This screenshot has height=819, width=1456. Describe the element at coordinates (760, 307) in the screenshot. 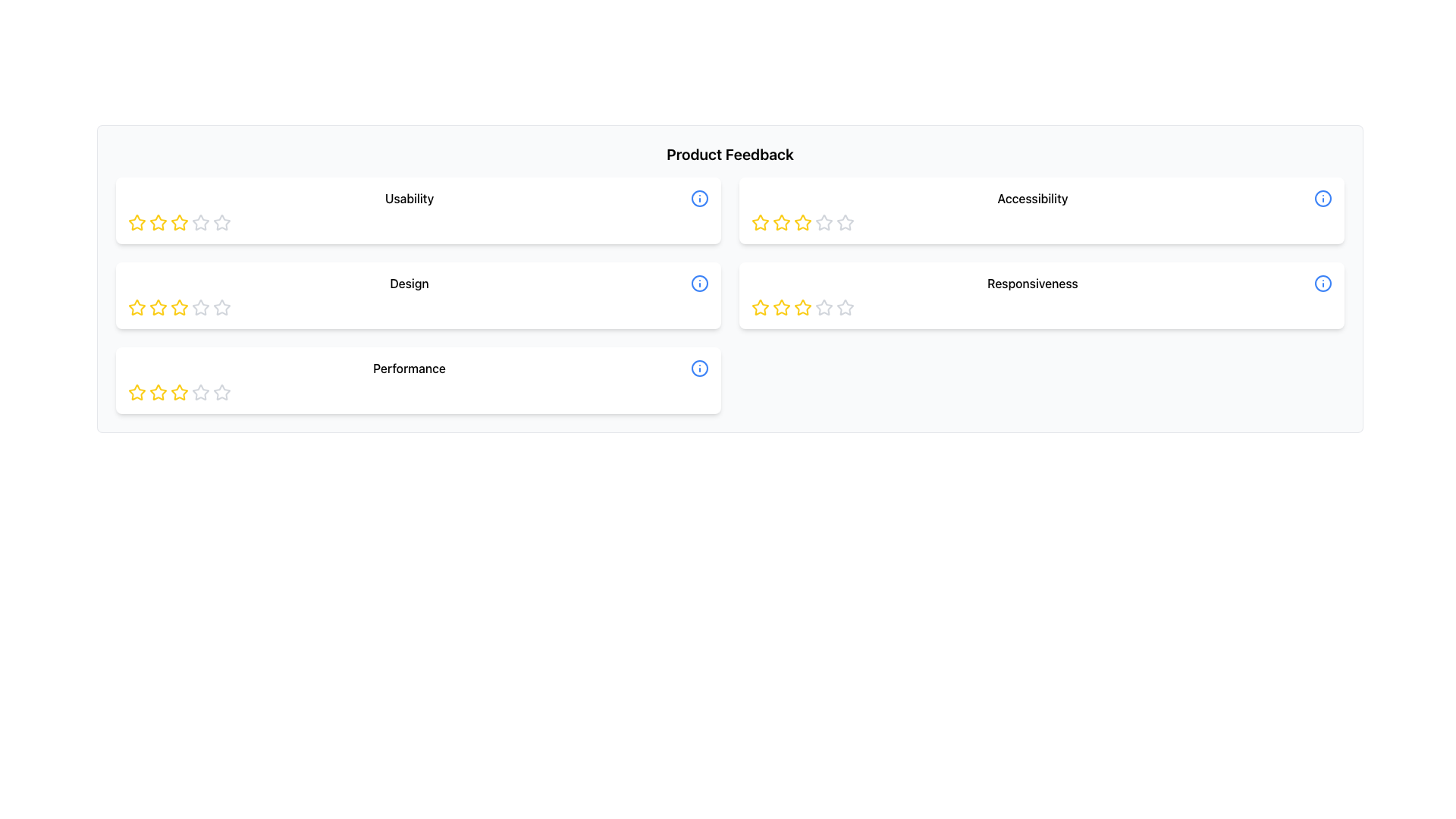

I see `the second star icon in the Responsiveness feedback section` at that location.